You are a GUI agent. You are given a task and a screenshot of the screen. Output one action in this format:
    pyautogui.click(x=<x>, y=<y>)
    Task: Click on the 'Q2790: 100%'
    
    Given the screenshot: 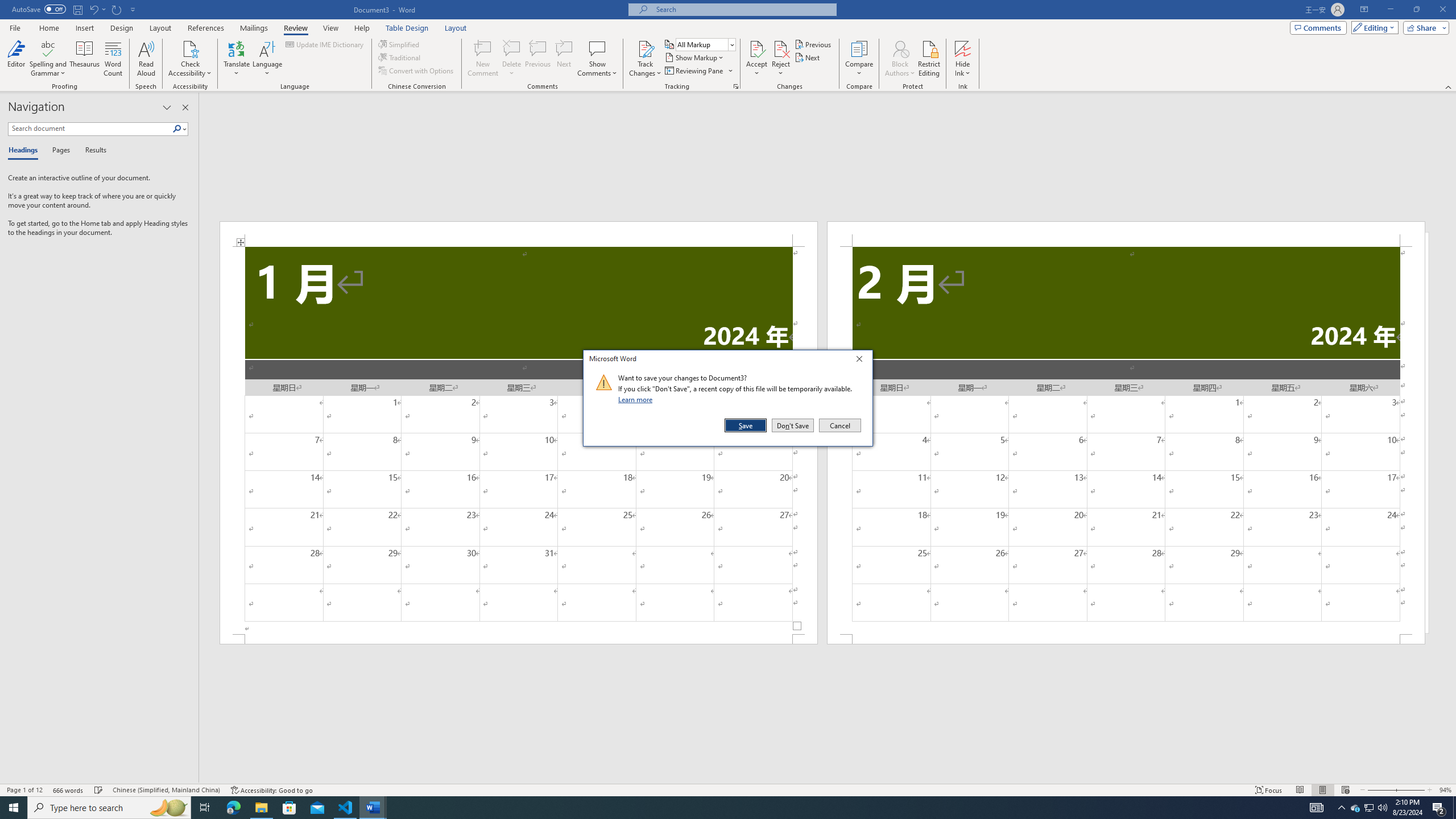 What is the action you would take?
    pyautogui.click(x=1381, y=806)
    